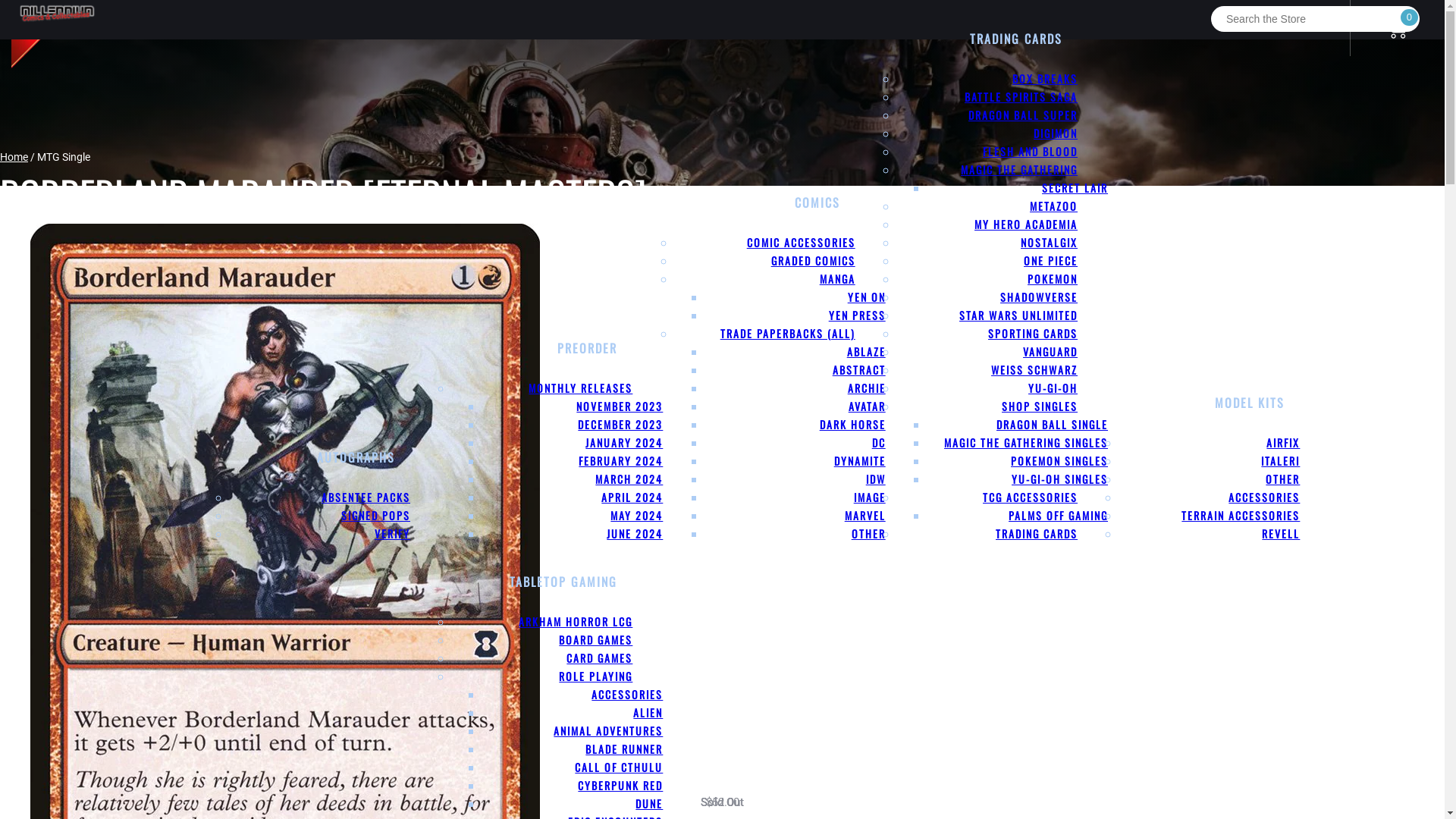  I want to click on 'METAZOO', so click(1053, 206).